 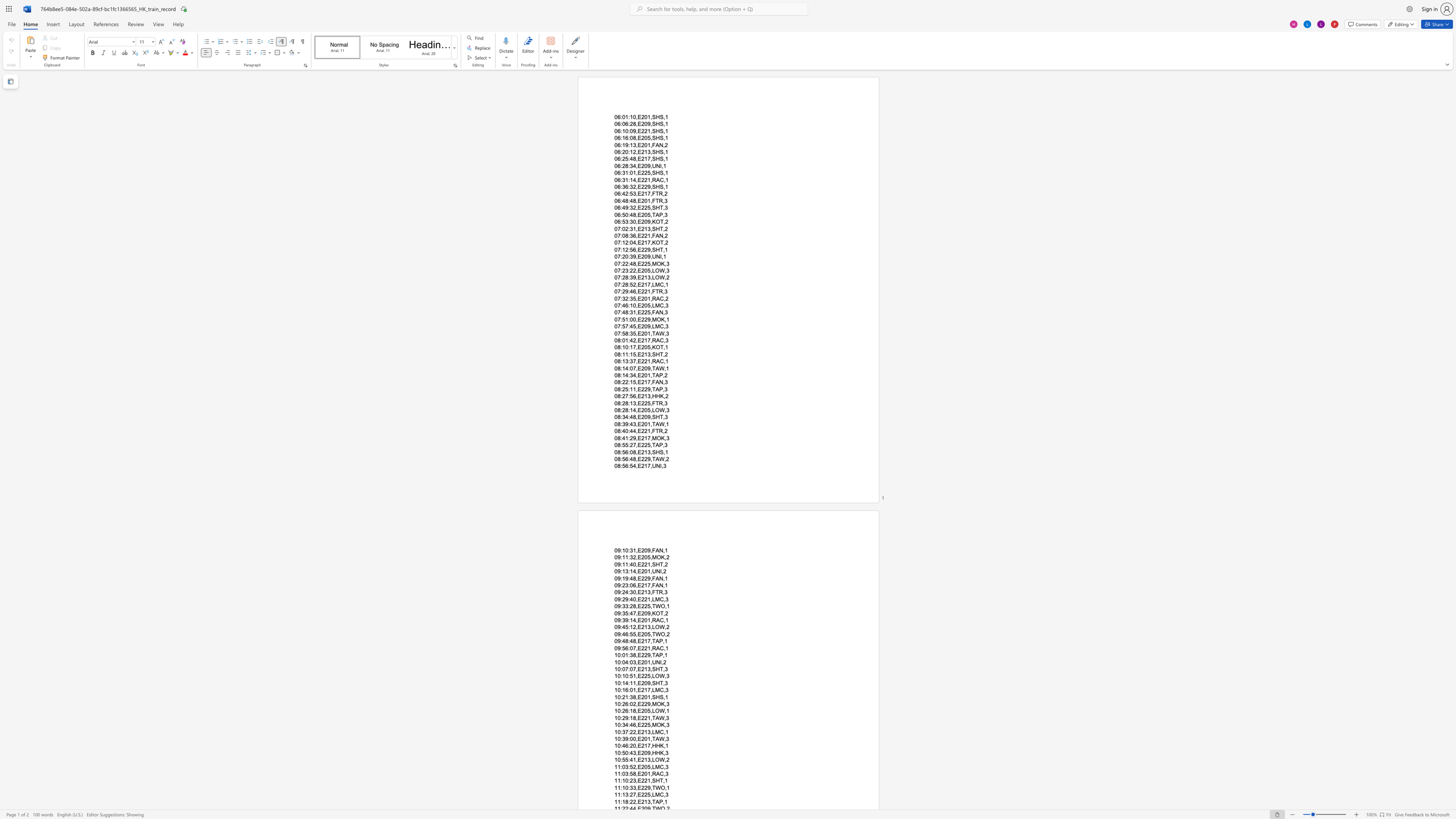 I want to click on the subset text ":33,E229," within the text "11:10:33,E229,TWO,1", so click(x=628, y=787).